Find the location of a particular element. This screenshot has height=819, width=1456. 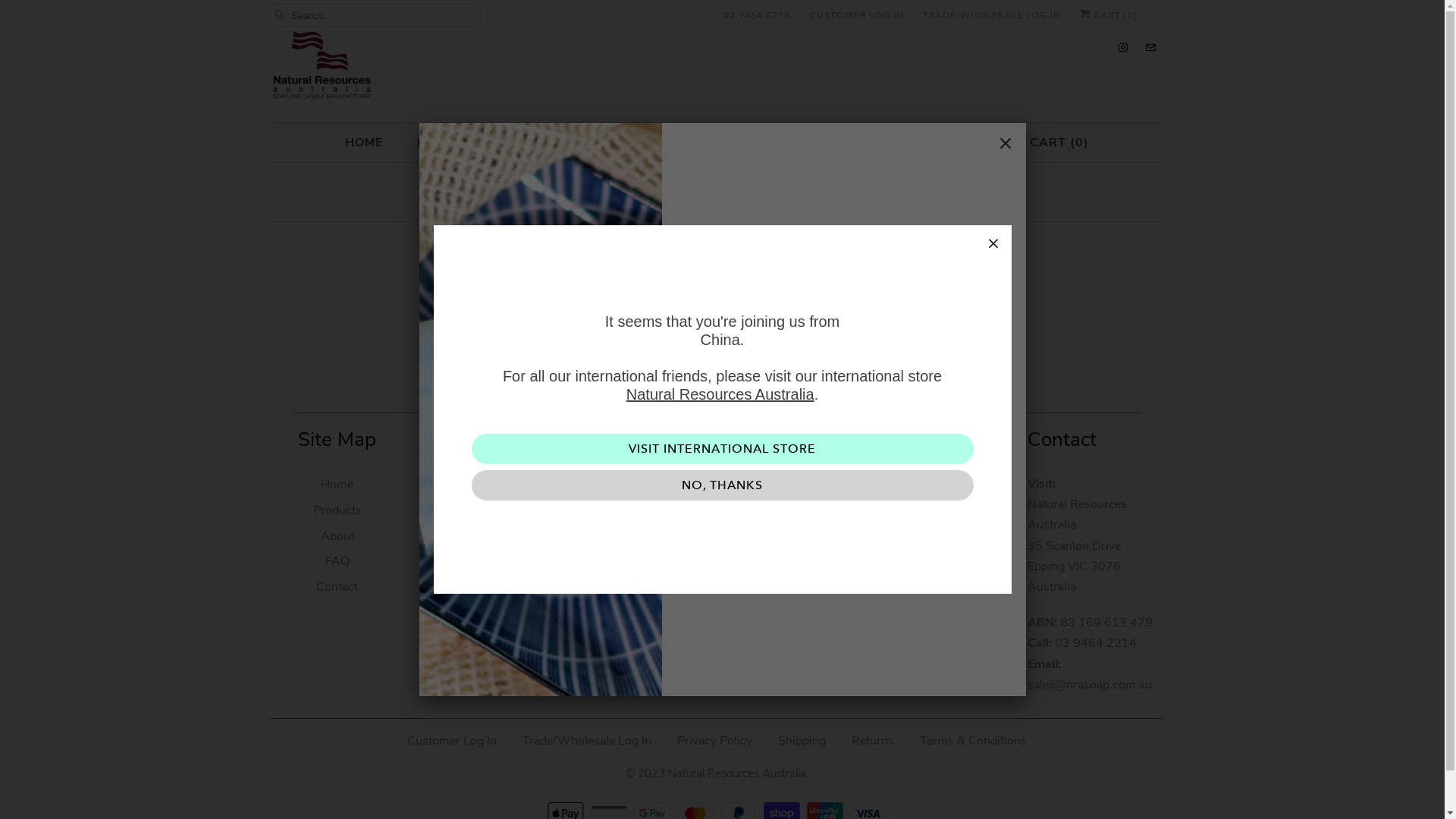

'About' is located at coordinates (337, 535).